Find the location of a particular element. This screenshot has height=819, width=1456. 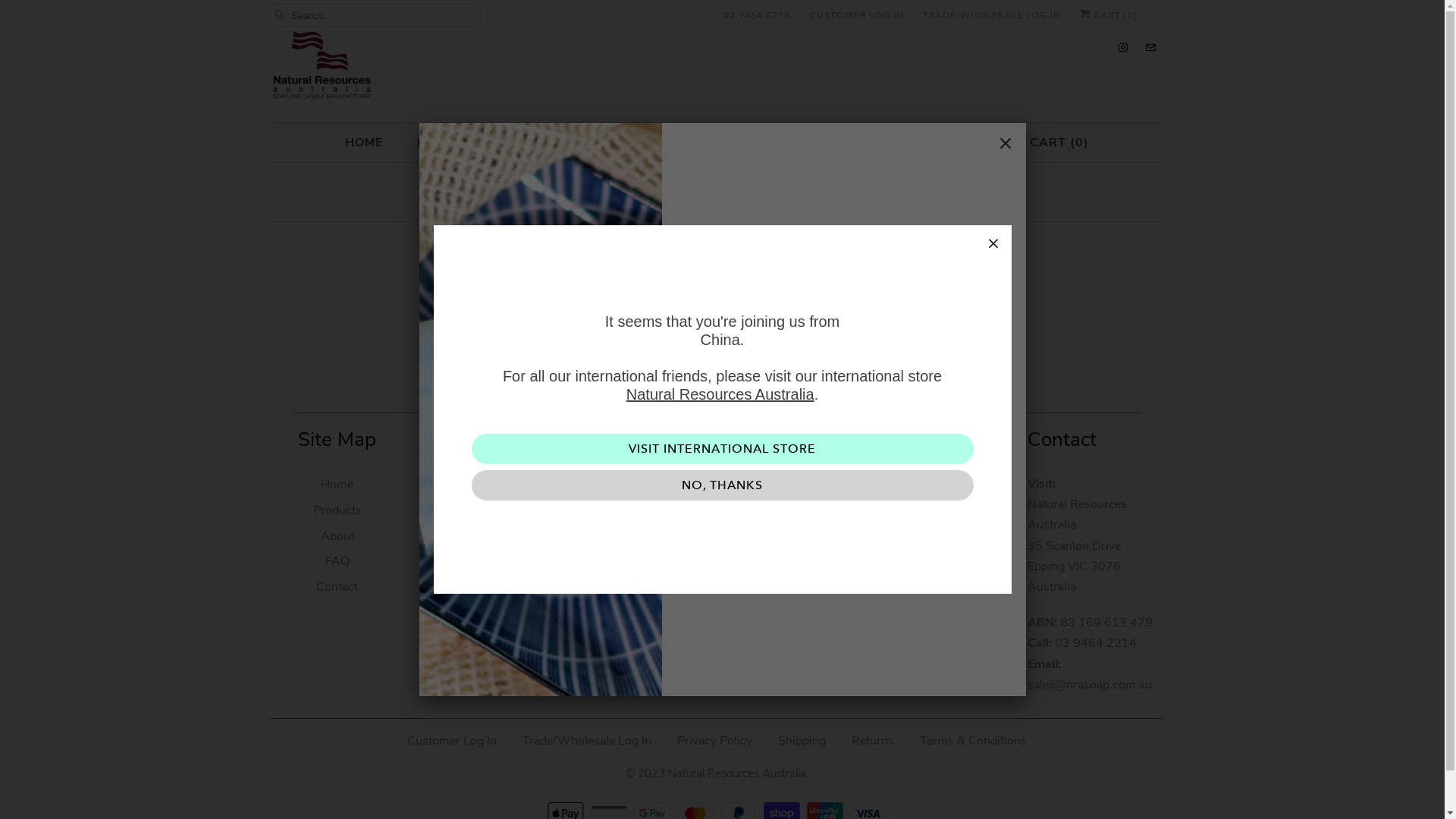

'About' is located at coordinates (337, 535).